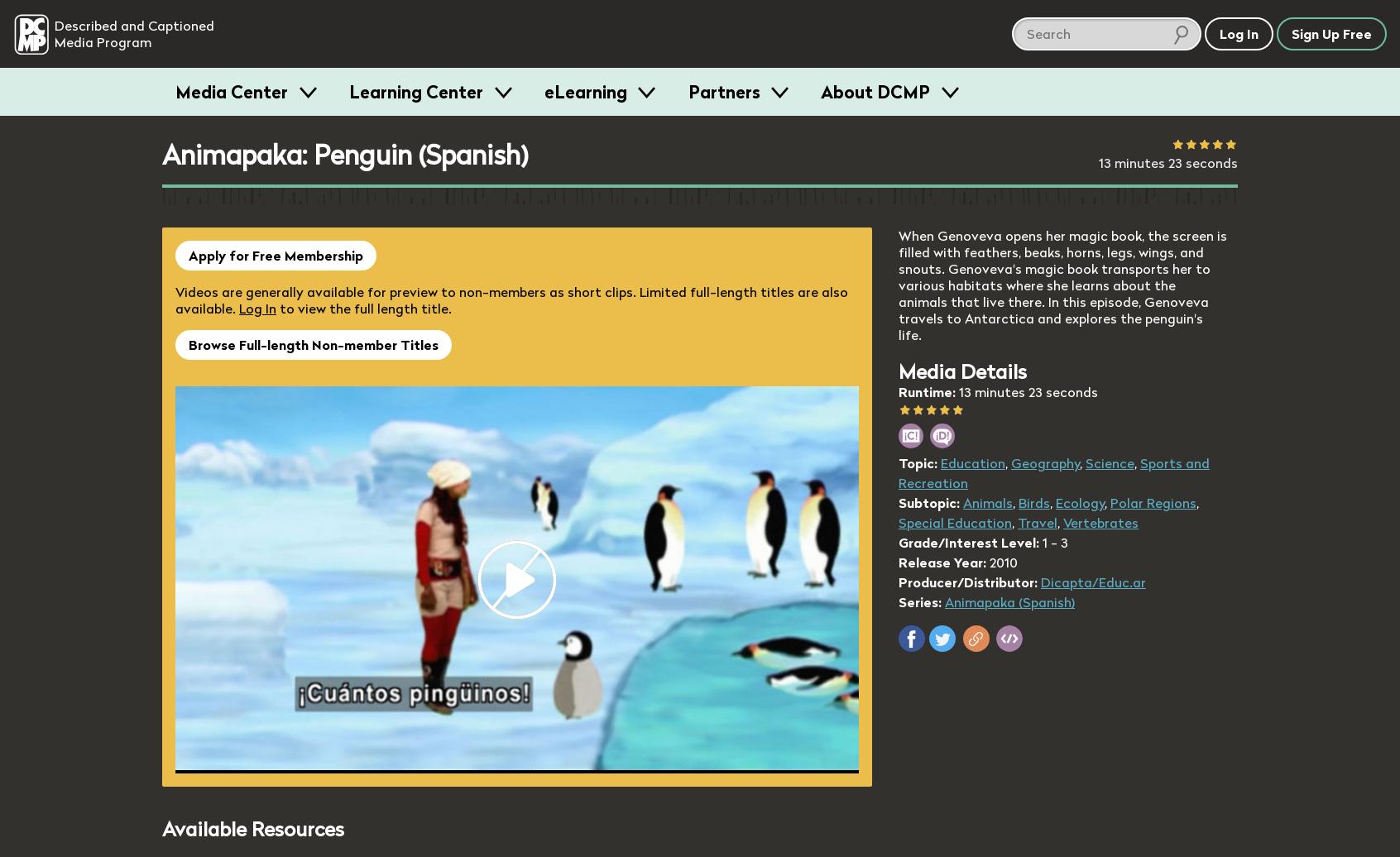 This screenshot has height=857, width=1400. Describe the element at coordinates (927, 391) in the screenshot. I see `'Runtime:'` at that location.